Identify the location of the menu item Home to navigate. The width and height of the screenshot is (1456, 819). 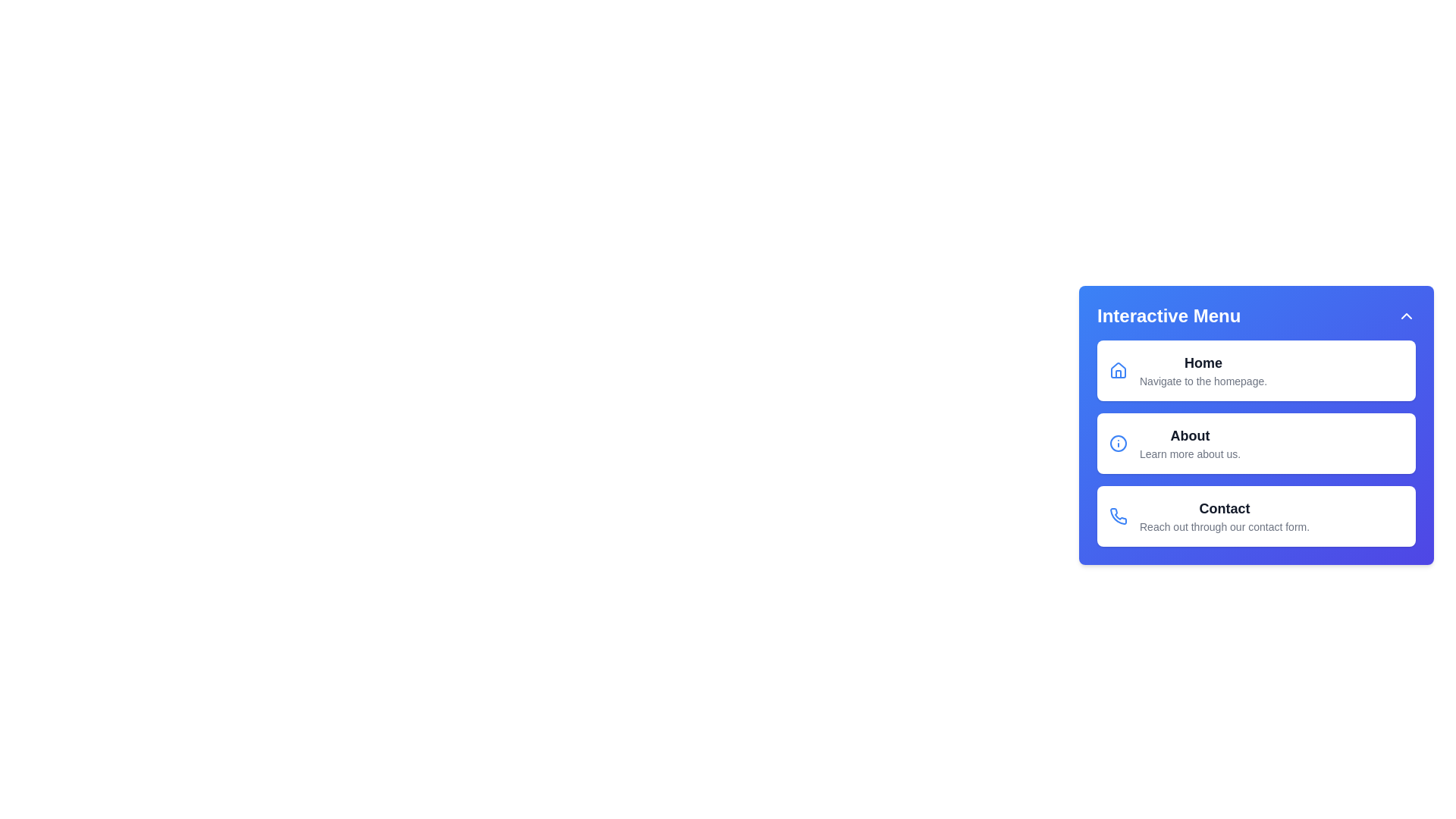
(1256, 371).